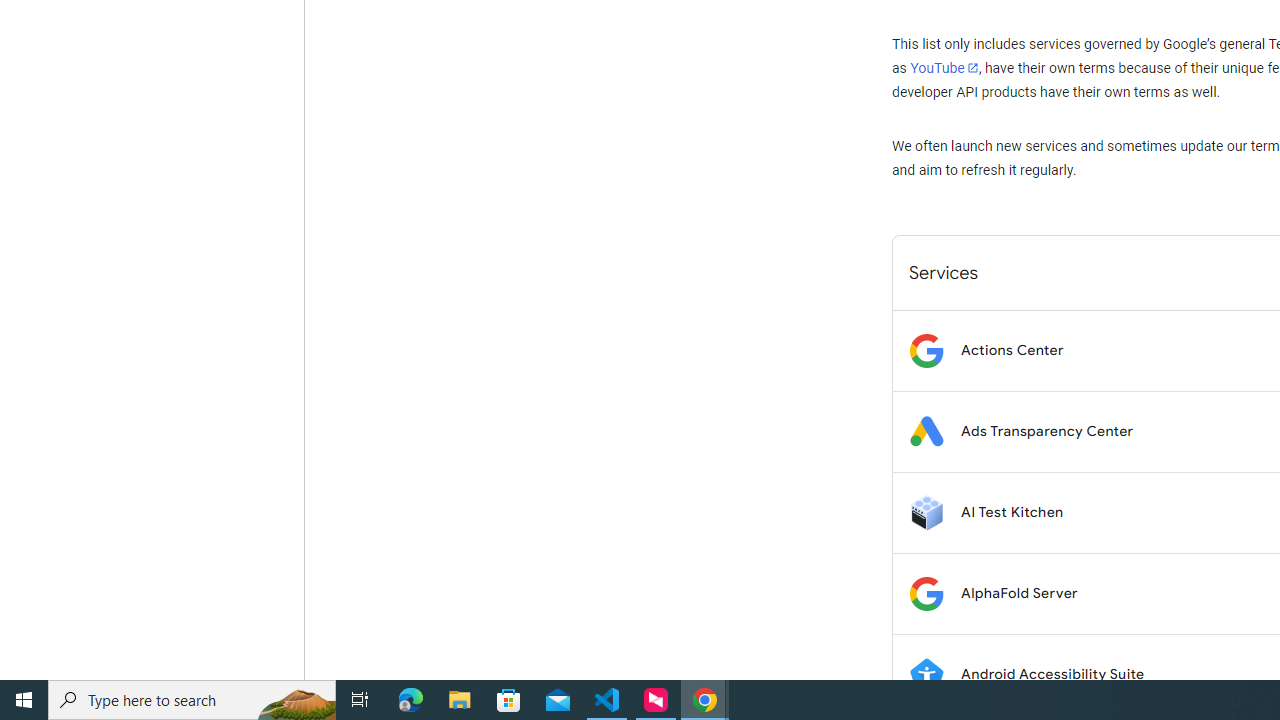 The width and height of the screenshot is (1280, 720). Describe the element at coordinates (925, 349) in the screenshot. I see `'Logo for Actions Center'` at that location.